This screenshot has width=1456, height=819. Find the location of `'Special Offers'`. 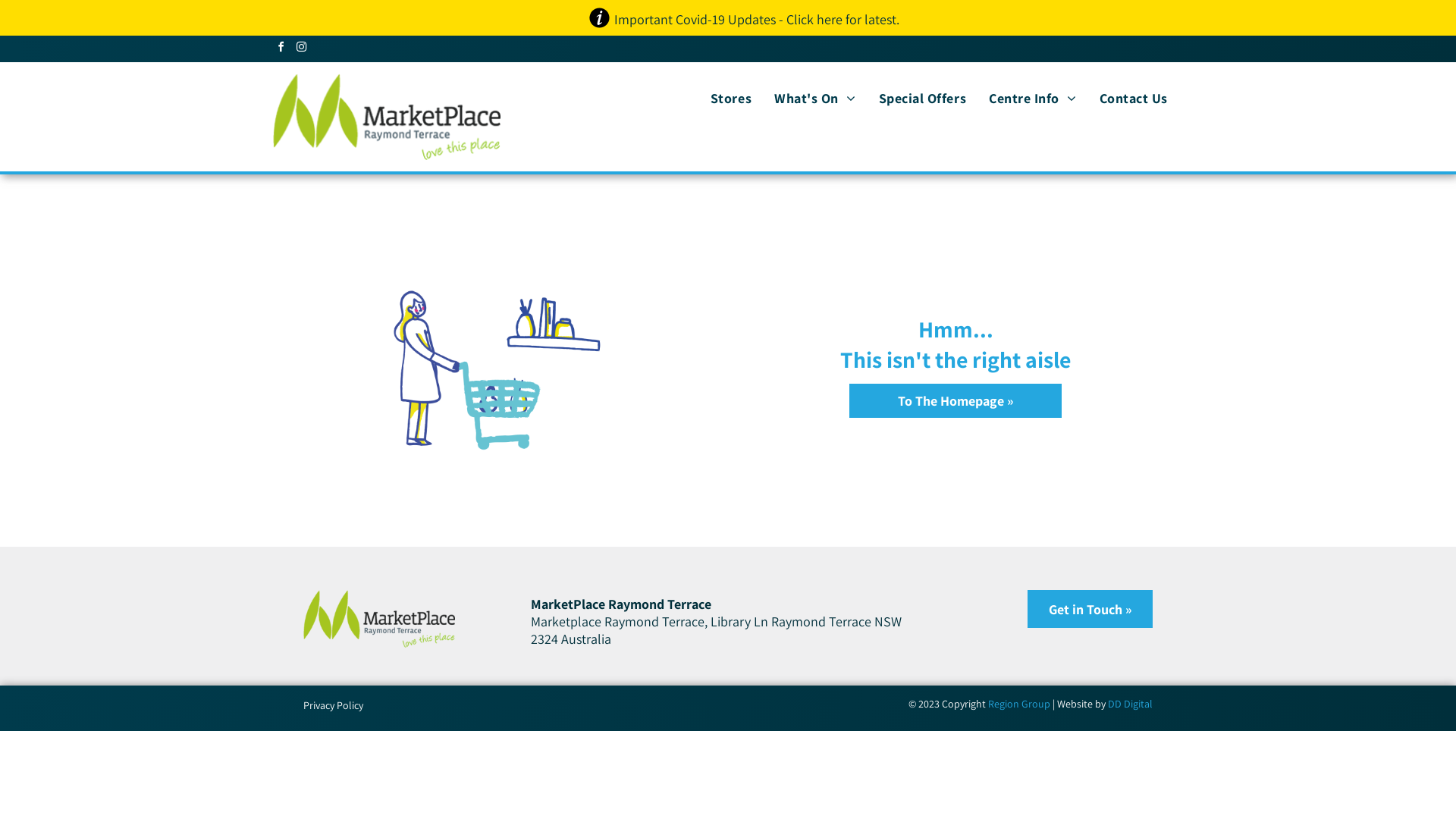

'Special Offers' is located at coordinates (922, 97).